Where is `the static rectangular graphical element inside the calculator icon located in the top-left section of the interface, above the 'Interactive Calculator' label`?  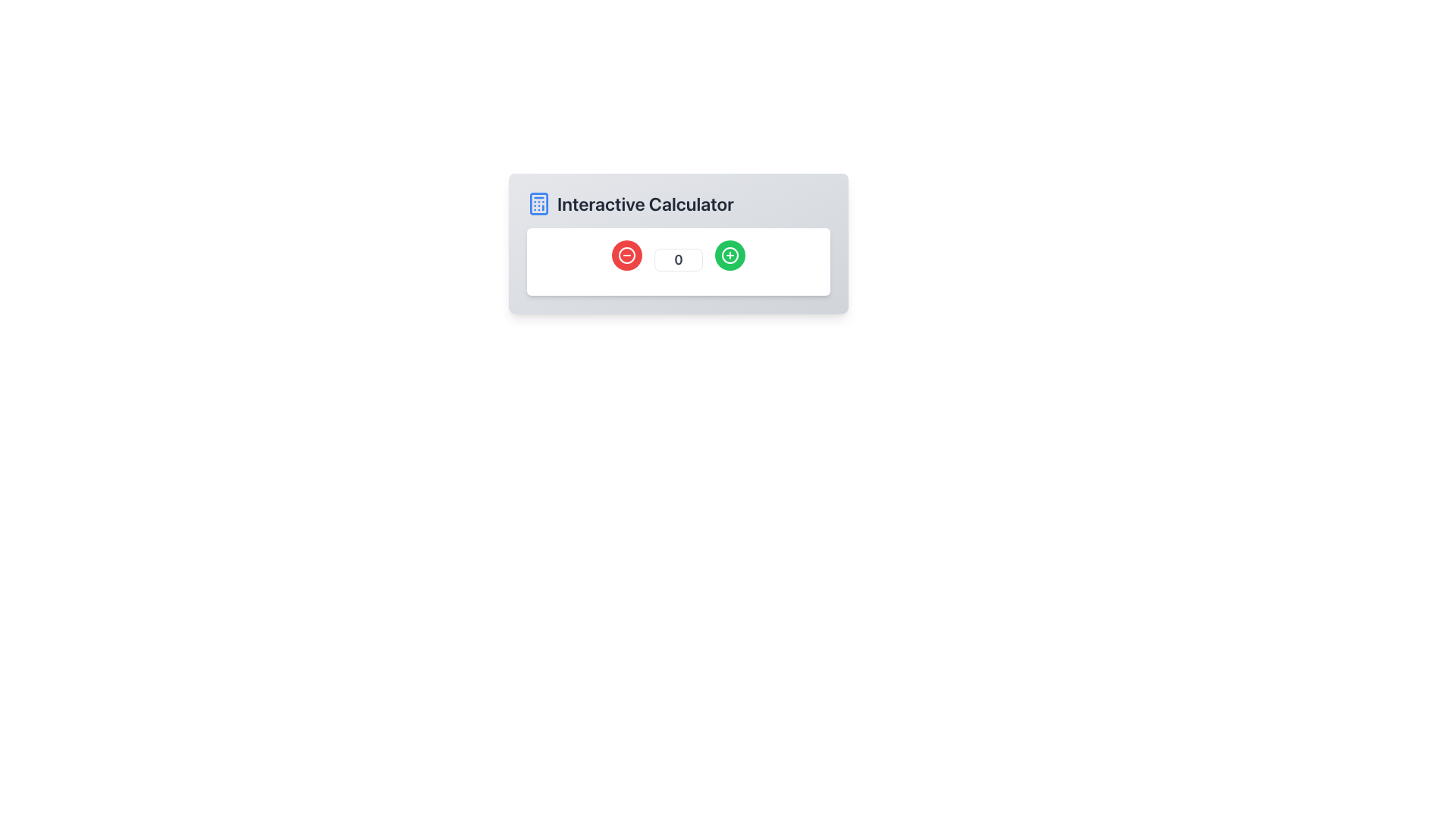
the static rectangular graphical element inside the calculator icon located in the top-left section of the interface, above the 'Interactive Calculator' label is located at coordinates (538, 203).